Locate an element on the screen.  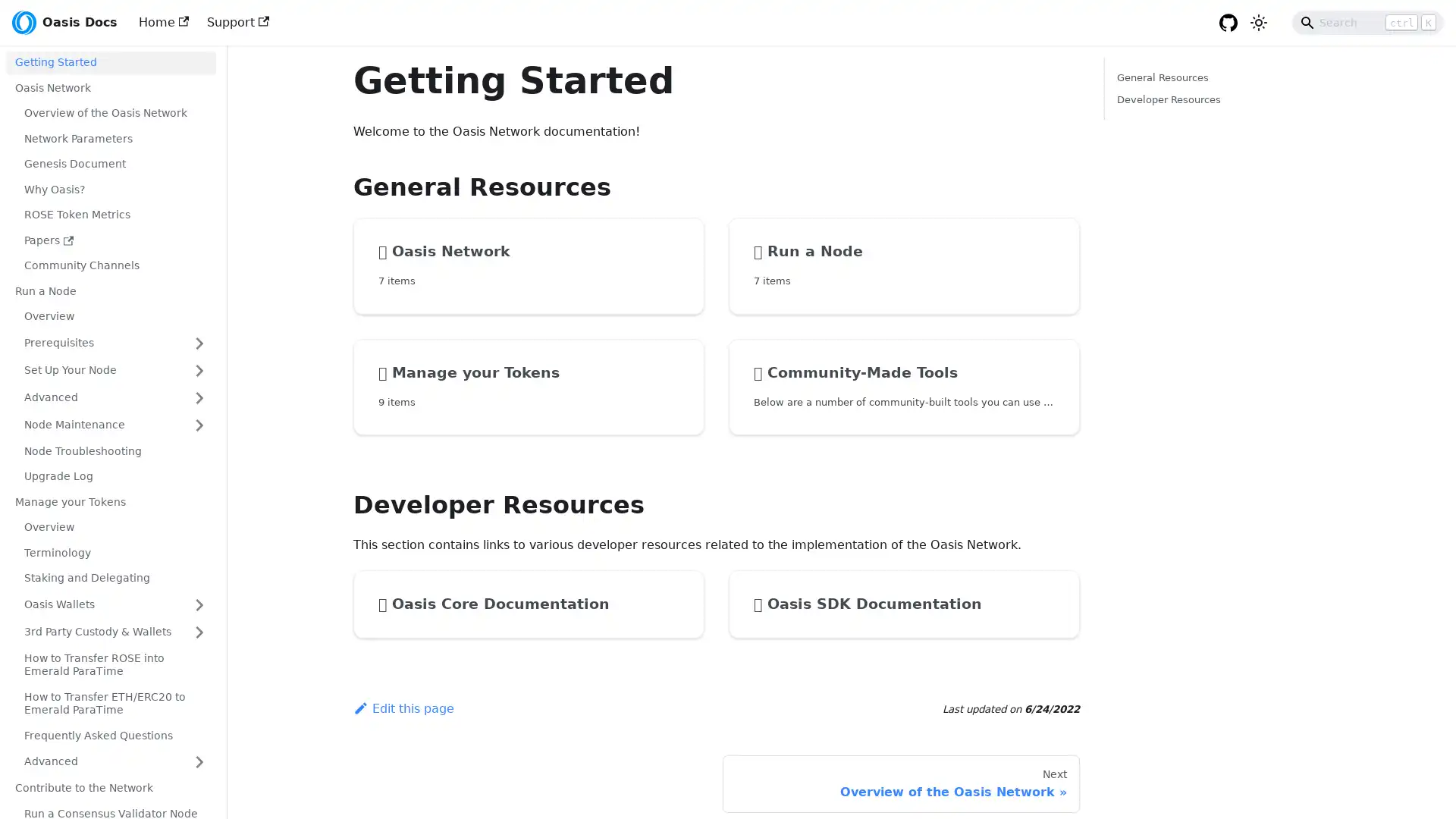
Toggle the collapsible sidebar category '3rd Party Custody & Wallets' is located at coordinates (199, 632).